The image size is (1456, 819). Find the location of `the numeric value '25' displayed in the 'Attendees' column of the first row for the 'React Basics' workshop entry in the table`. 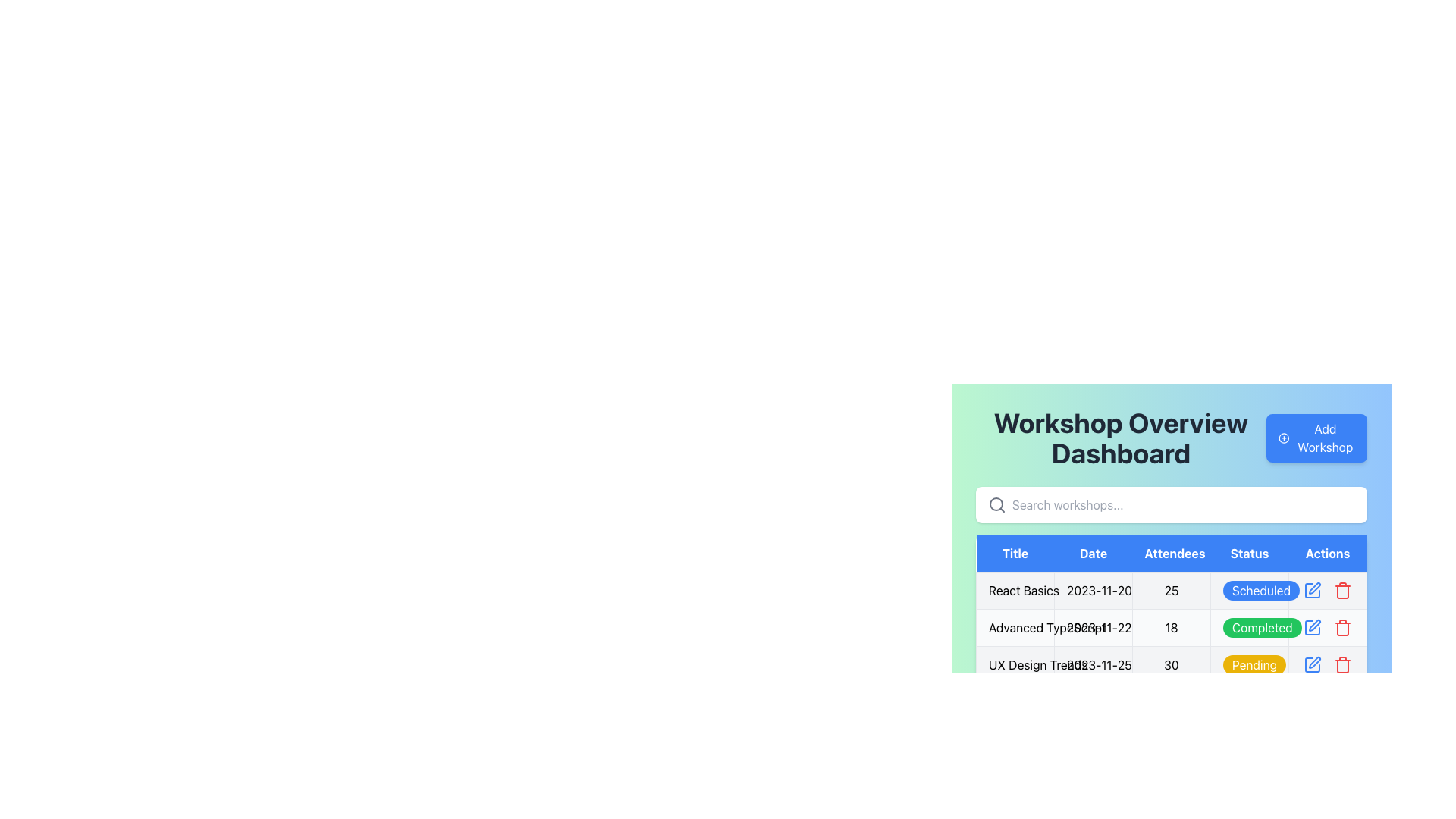

the numeric value '25' displayed in the 'Attendees' column of the first row for the 'React Basics' workshop entry in the table is located at coordinates (1171, 590).